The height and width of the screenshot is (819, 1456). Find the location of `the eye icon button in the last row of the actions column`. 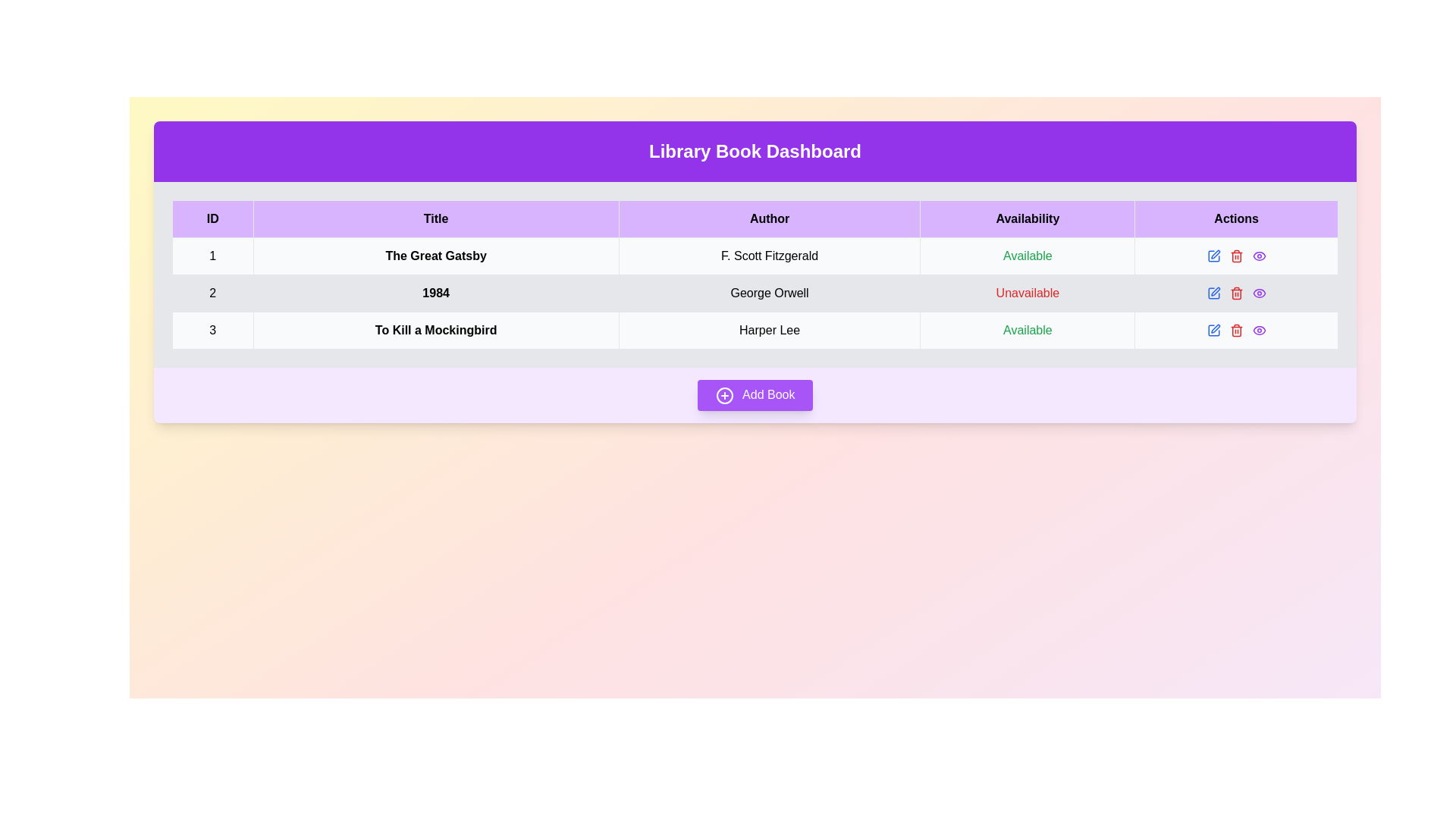

the eye icon button in the last row of the actions column is located at coordinates (1259, 329).